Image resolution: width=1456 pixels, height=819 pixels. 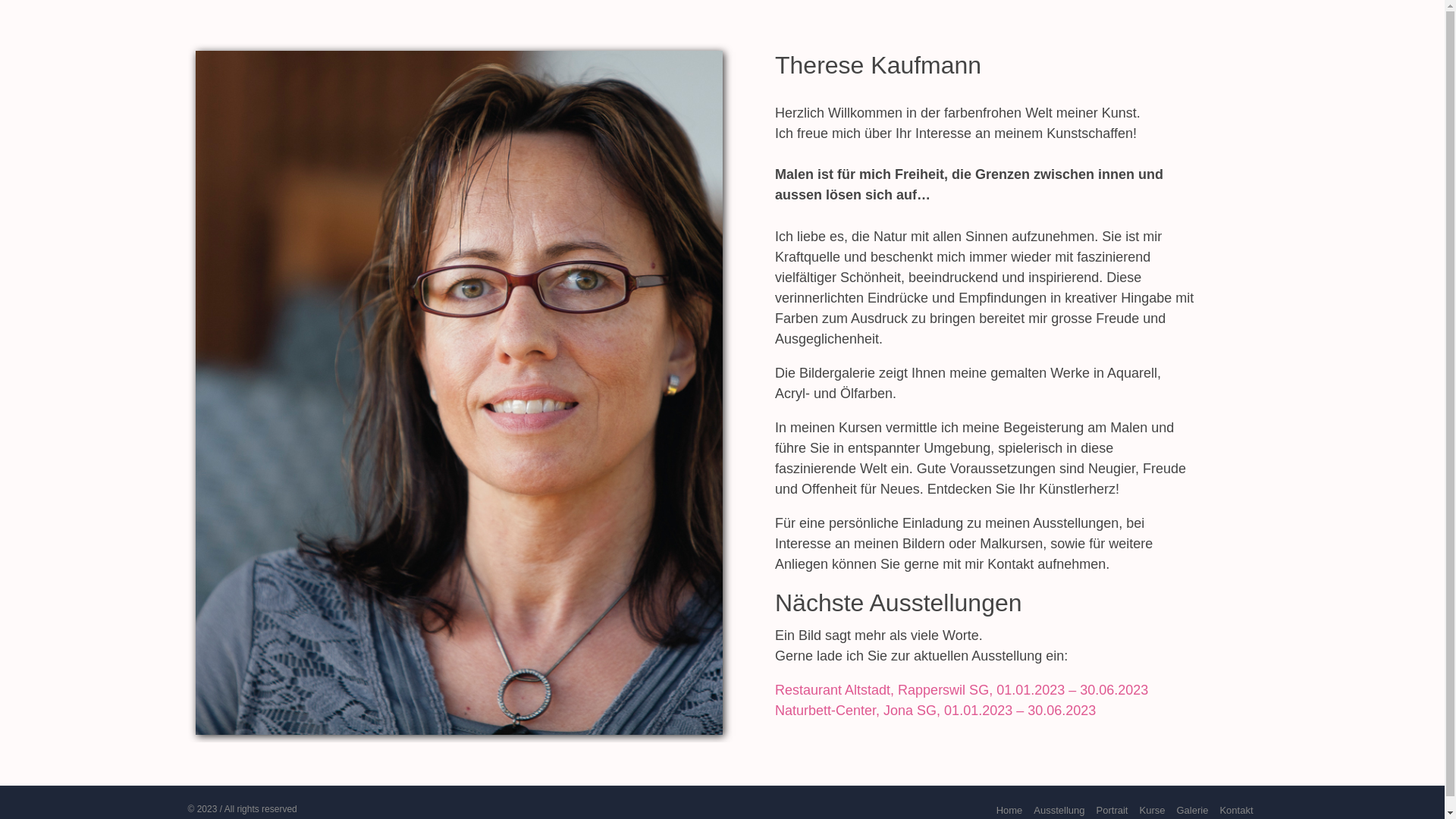 What do you see at coordinates (1033, 809) in the screenshot?
I see `'Ausstellung'` at bounding box center [1033, 809].